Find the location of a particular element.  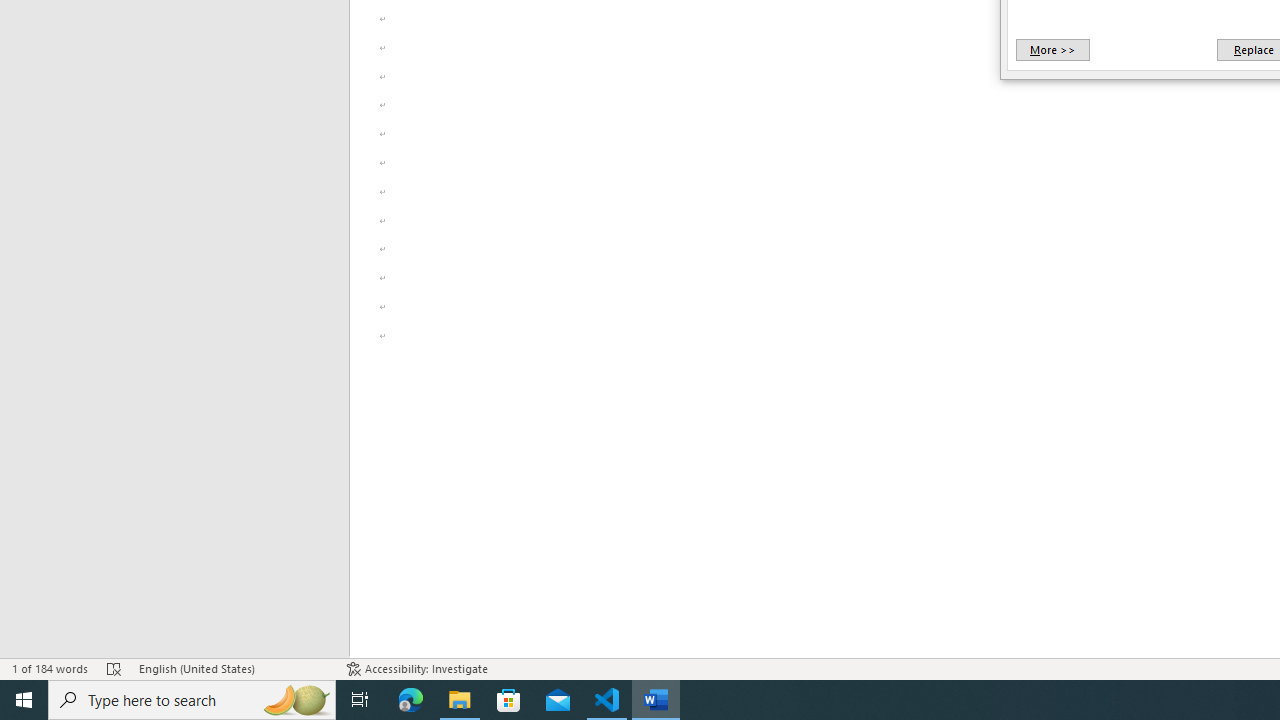

'Language English (United States)' is located at coordinates (232, 669).